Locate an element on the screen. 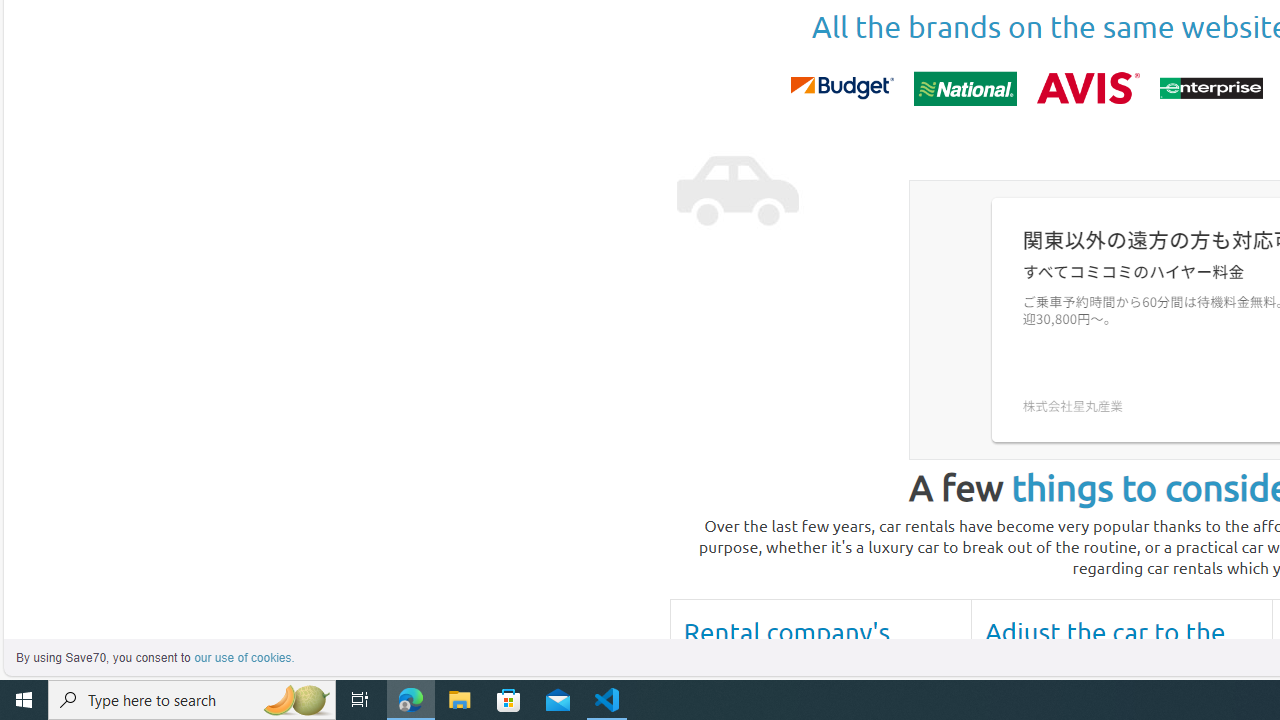 The width and height of the screenshot is (1280, 720). 'avis' is located at coordinates (1087, 87).